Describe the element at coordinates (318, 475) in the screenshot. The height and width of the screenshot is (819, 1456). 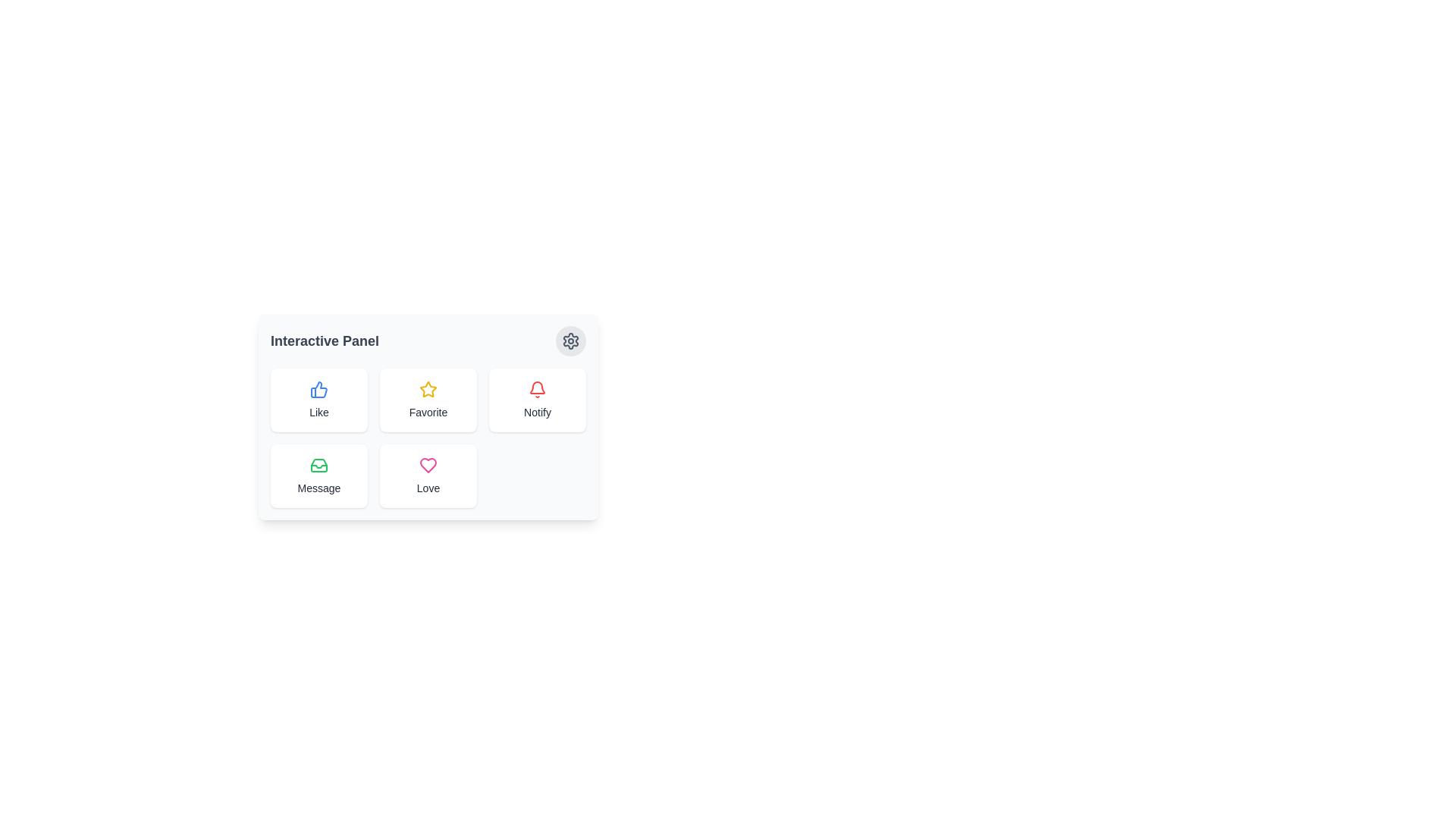
I see `the messaging button located at the bottom-left of the grid layout, which is the fourth button directly below the 'Like' button` at that location.